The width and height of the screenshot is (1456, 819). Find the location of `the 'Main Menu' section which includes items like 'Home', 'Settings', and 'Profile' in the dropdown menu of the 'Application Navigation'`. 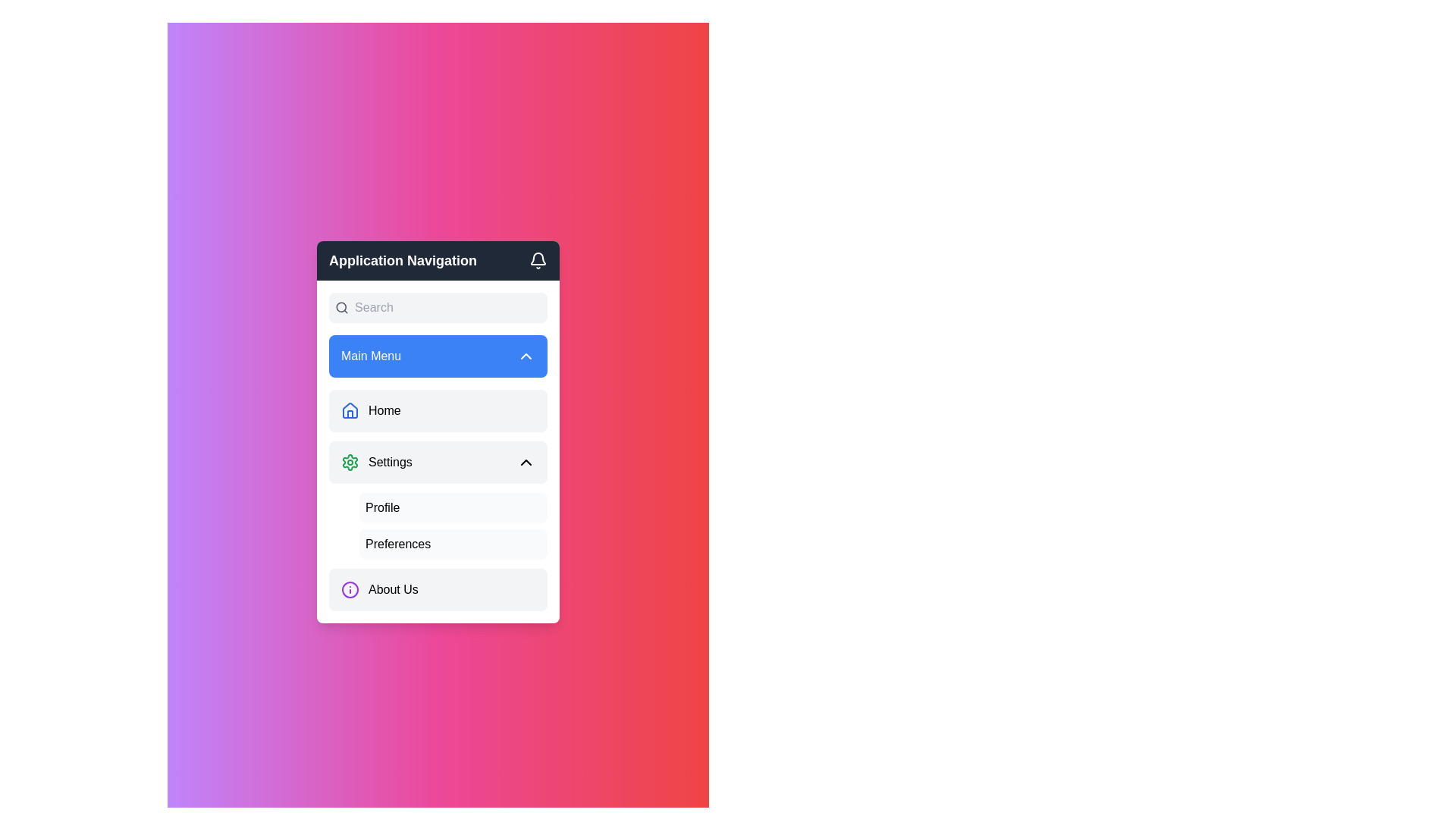

the 'Main Menu' section which includes items like 'Home', 'Settings', and 'Profile' in the dropdown menu of the 'Application Navigation' is located at coordinates (437, 451).